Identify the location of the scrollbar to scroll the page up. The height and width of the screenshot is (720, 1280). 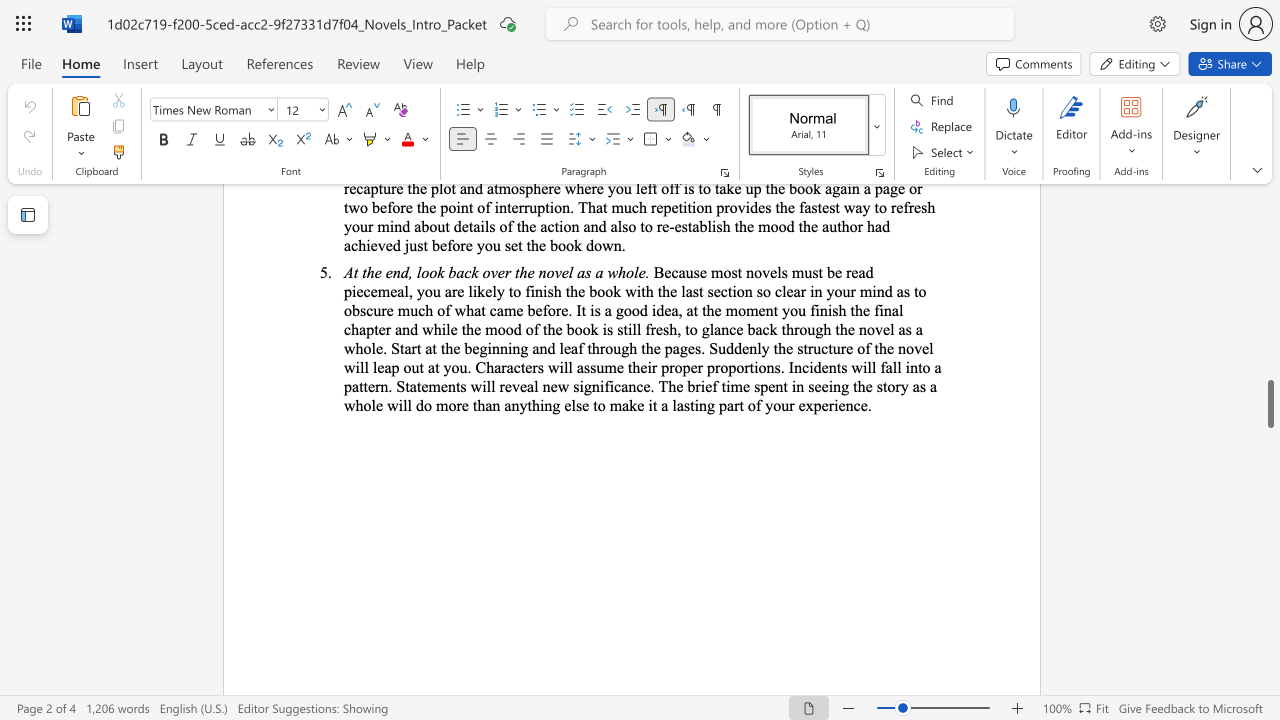
(1269, 408).